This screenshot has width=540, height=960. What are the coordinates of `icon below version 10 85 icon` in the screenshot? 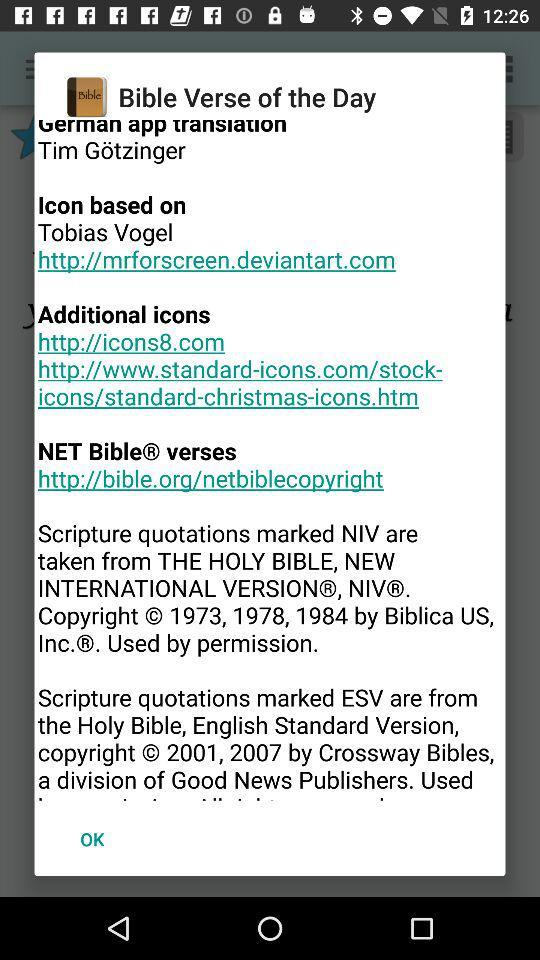 It's located at (91, 839).